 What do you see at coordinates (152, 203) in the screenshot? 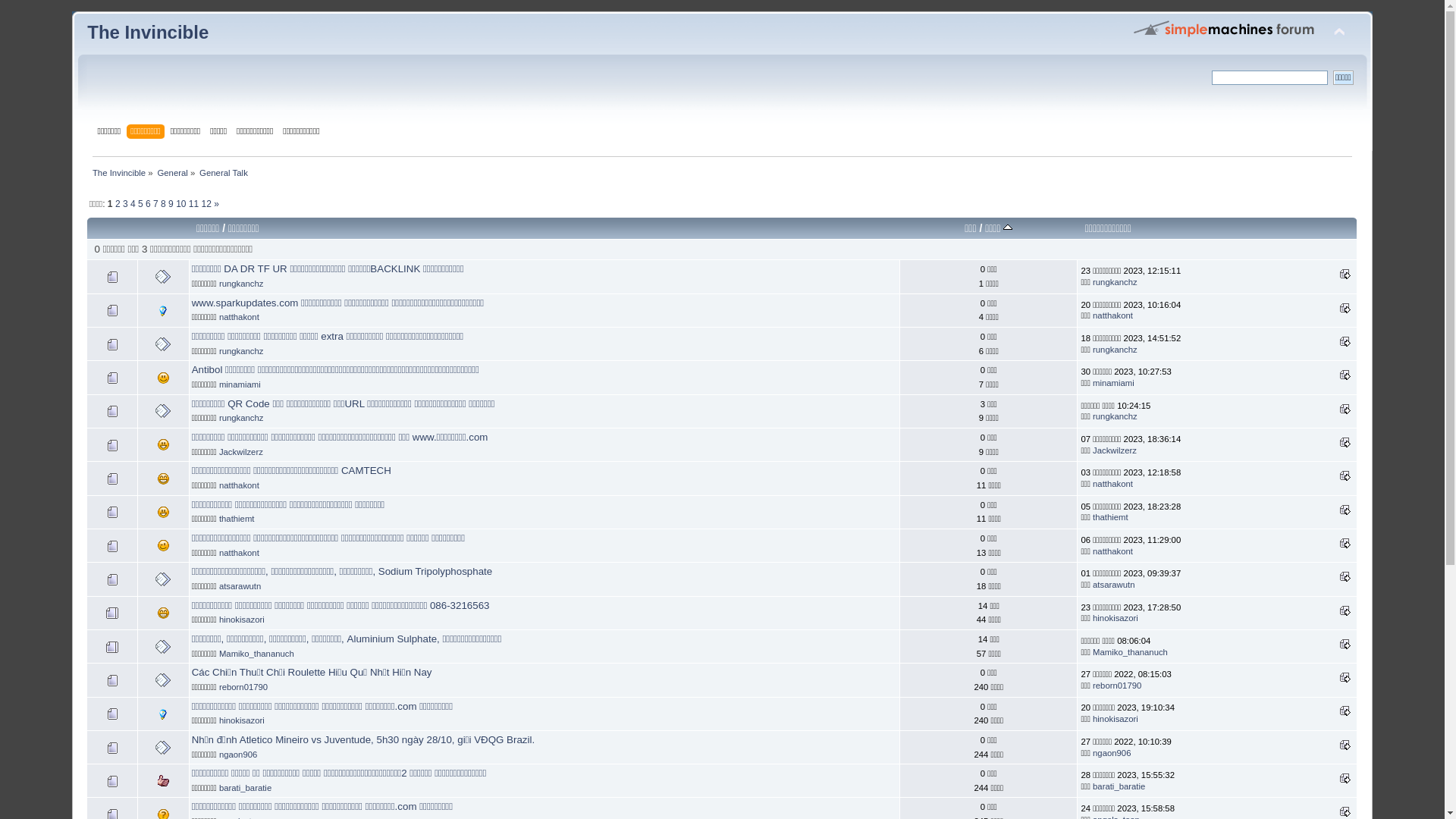
I see `'7'` at bounding box center [152, 203].